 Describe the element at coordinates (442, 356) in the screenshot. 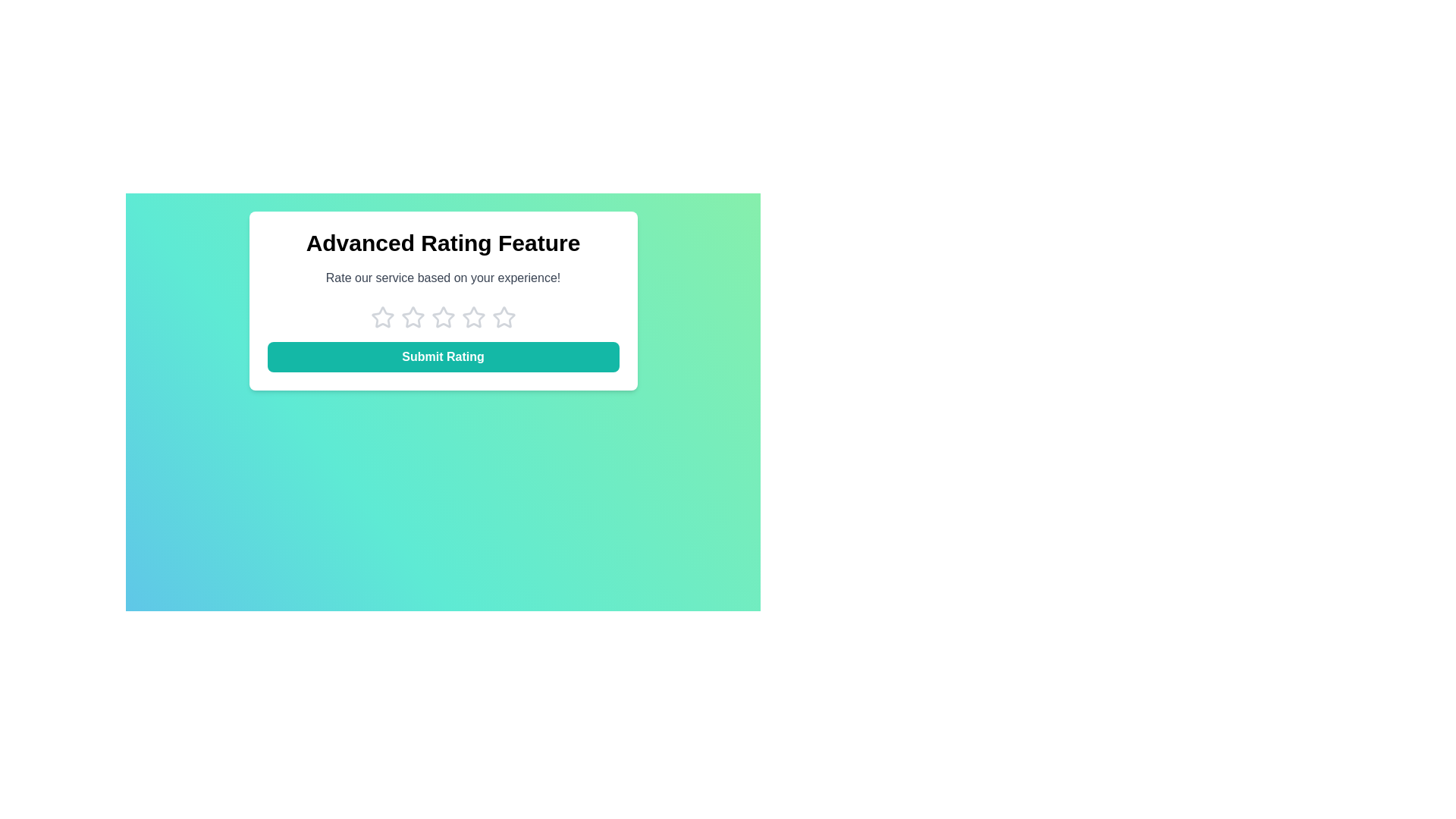

I see `the 'Submit Rating' button to submit the selected rating` at that location.